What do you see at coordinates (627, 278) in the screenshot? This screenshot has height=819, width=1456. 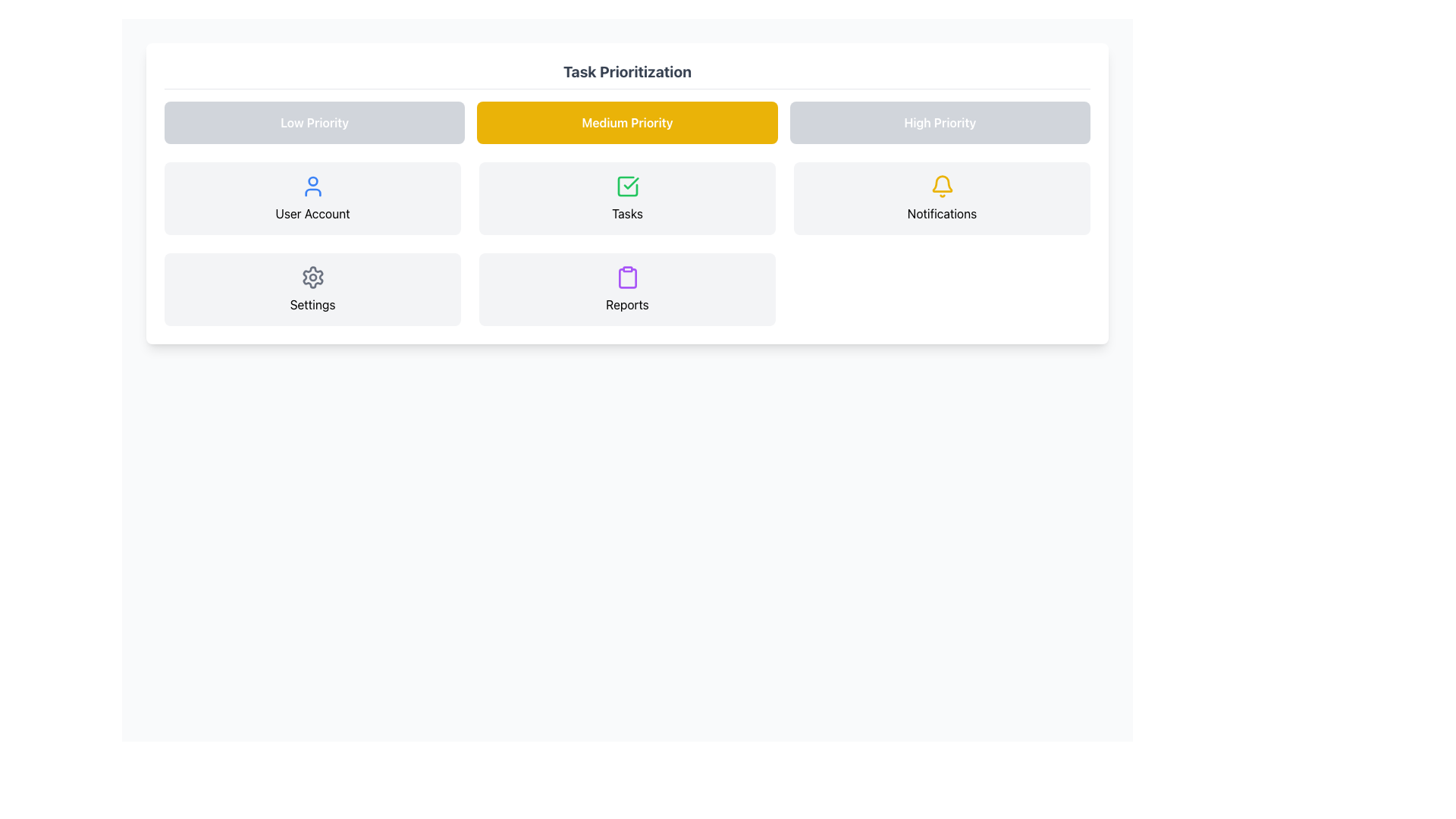 I see `the purple clipboard icon located in the 'Reports' section of the interface, which is styled with rounded edges and a distinct outline` at bounding box center [627, 278].